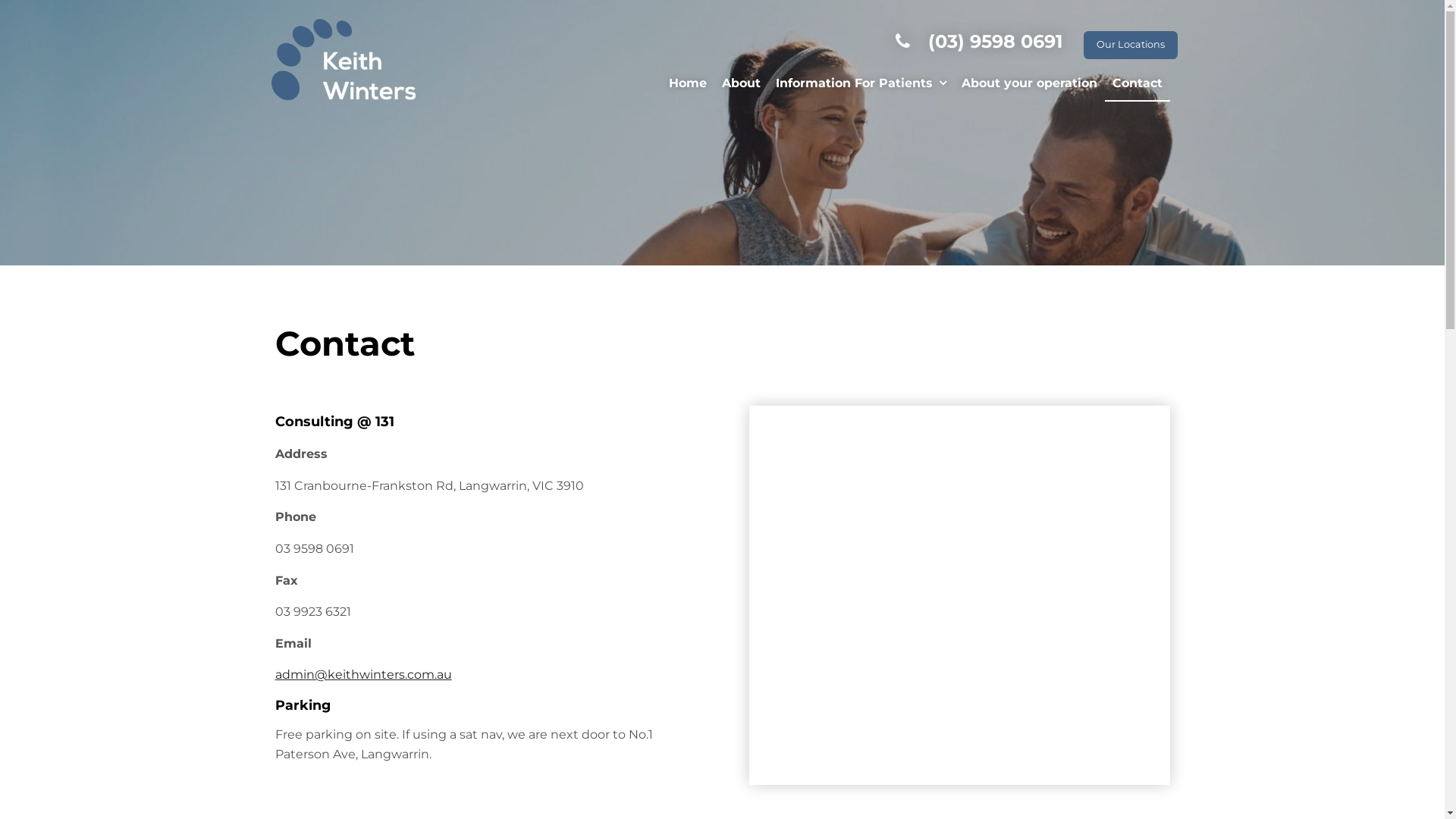  What do you see at coordinates (741, 84) in the screenshot?
I see `'About'` at bounding box center [741, 84].